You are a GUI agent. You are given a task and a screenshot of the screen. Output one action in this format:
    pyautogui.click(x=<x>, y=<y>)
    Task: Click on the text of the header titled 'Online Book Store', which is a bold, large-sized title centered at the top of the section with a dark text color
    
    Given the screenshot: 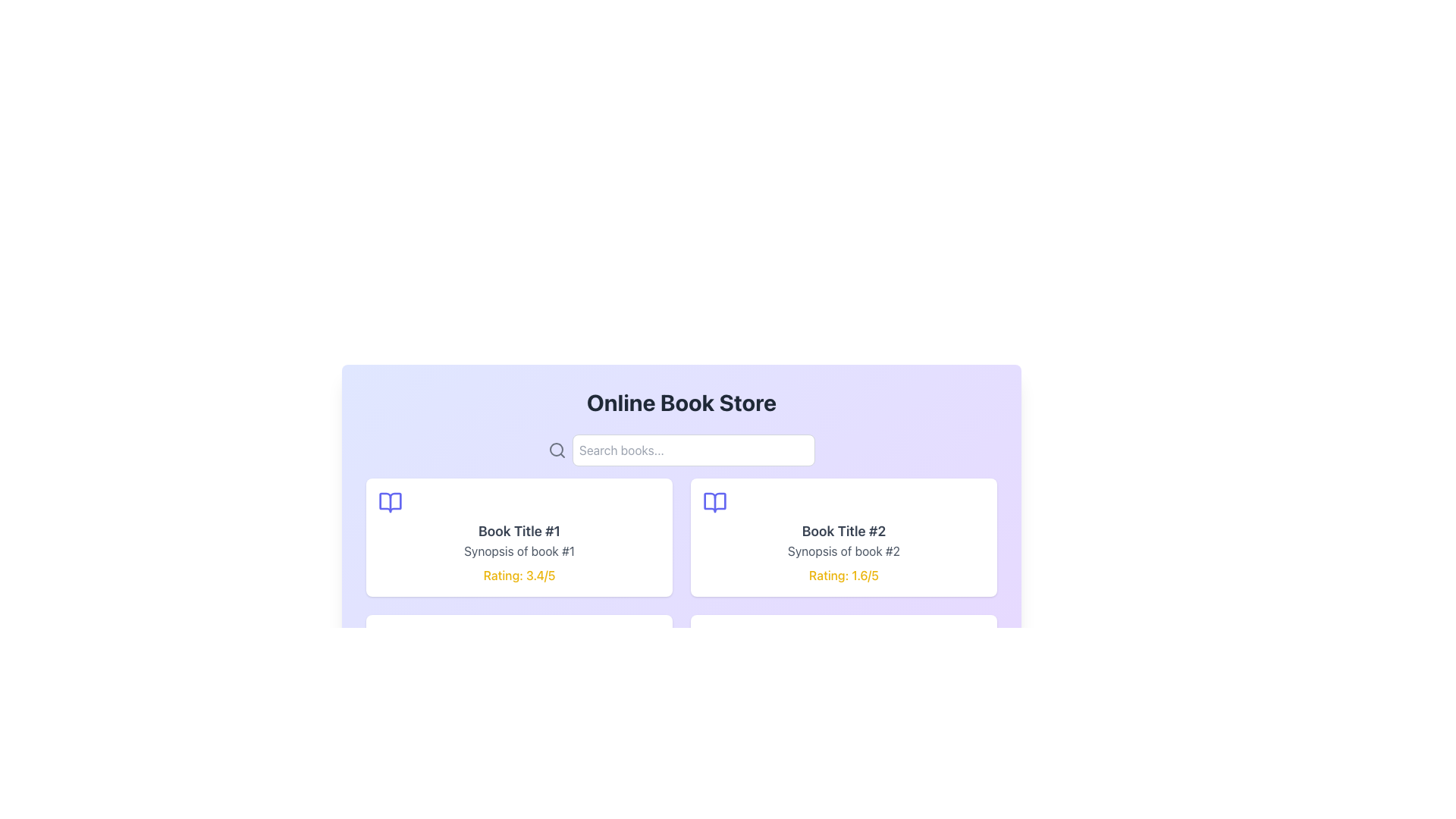 What is the action you would take?
    pyautogui.click(x=680, y=402)
    